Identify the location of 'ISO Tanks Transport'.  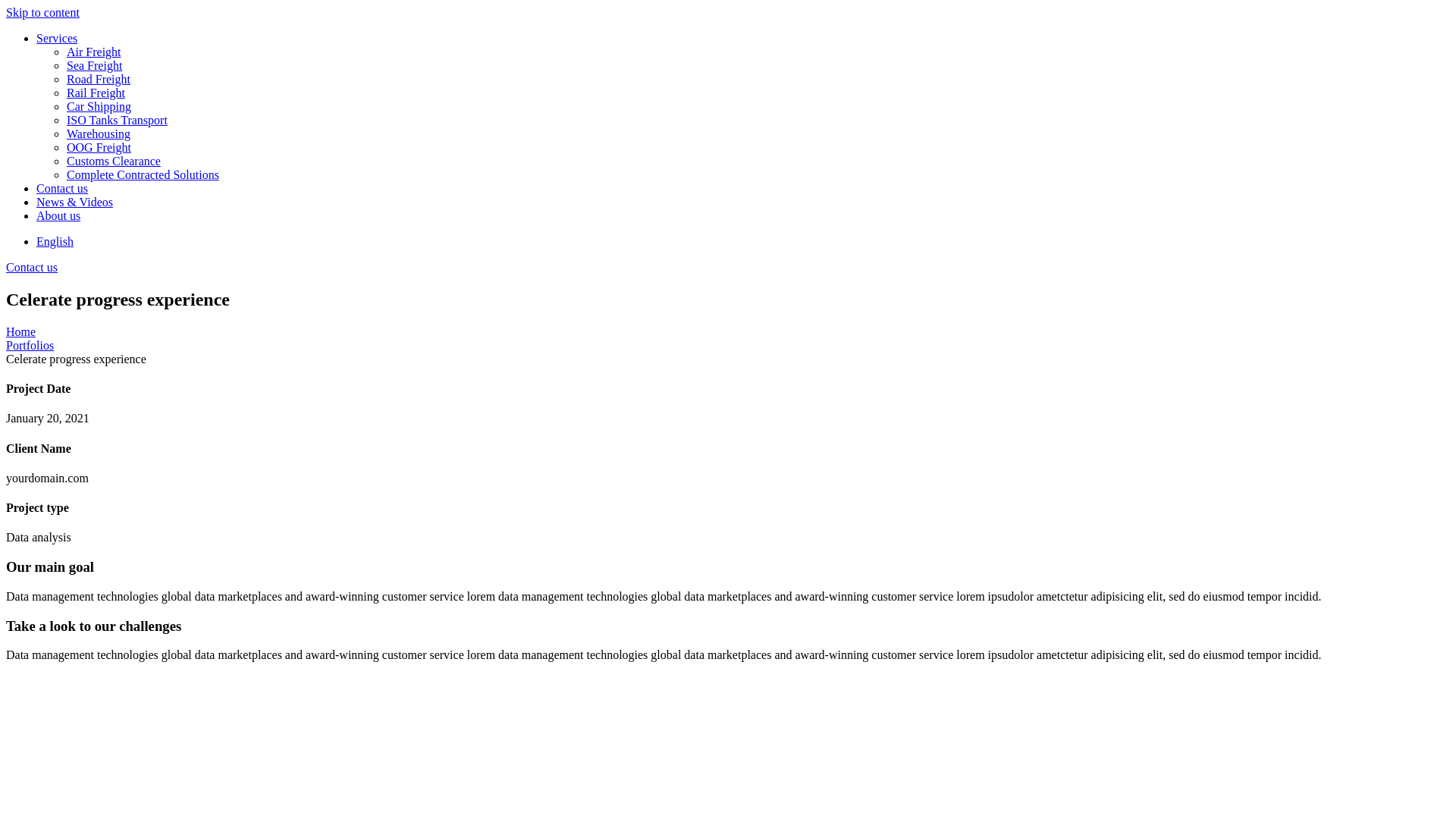
(758, 119).